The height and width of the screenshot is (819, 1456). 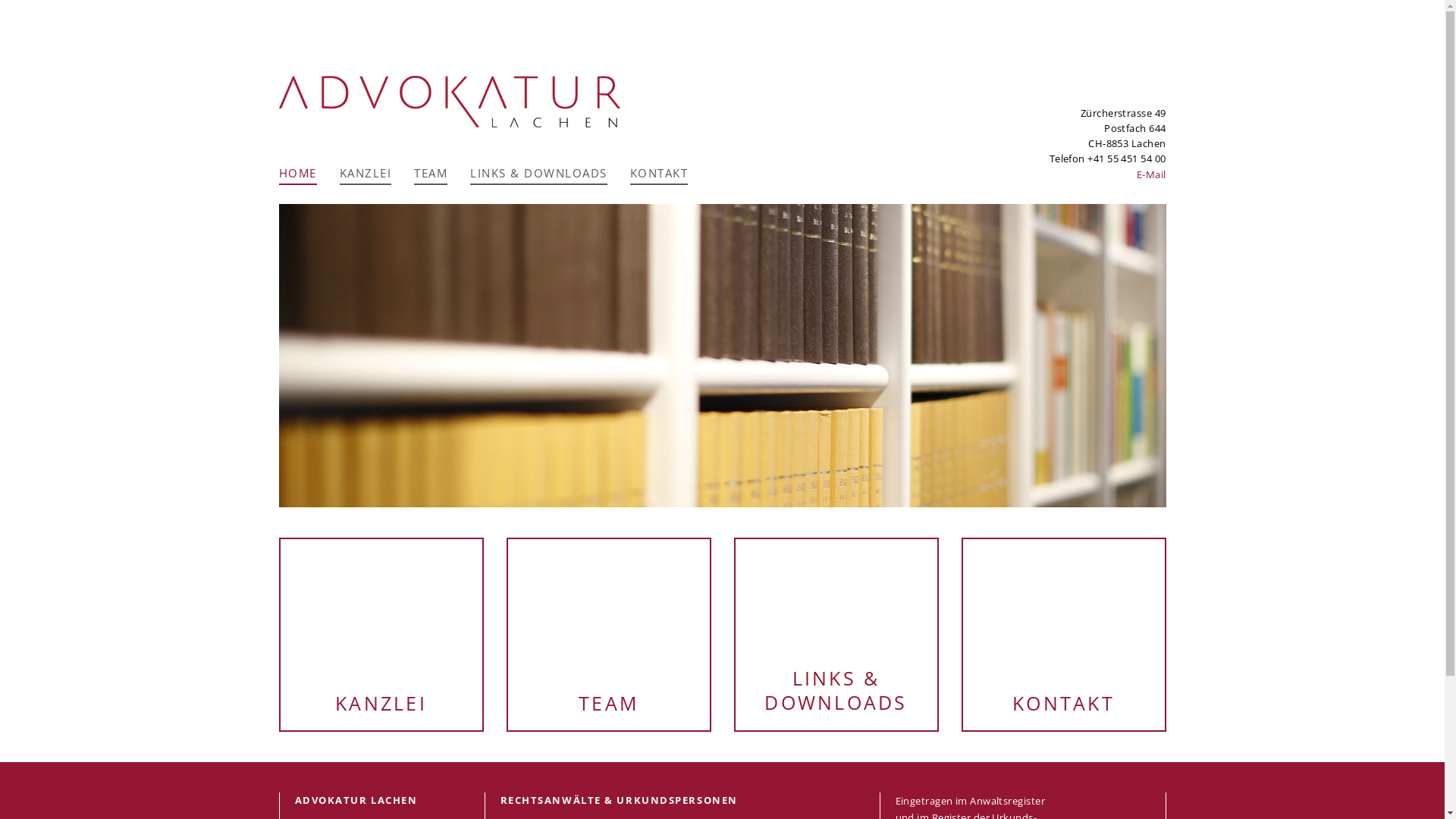 What do you see at coordinates (508, 634) in the screenshot?
I see `'TEAM'` at bounding box center [508, 634].